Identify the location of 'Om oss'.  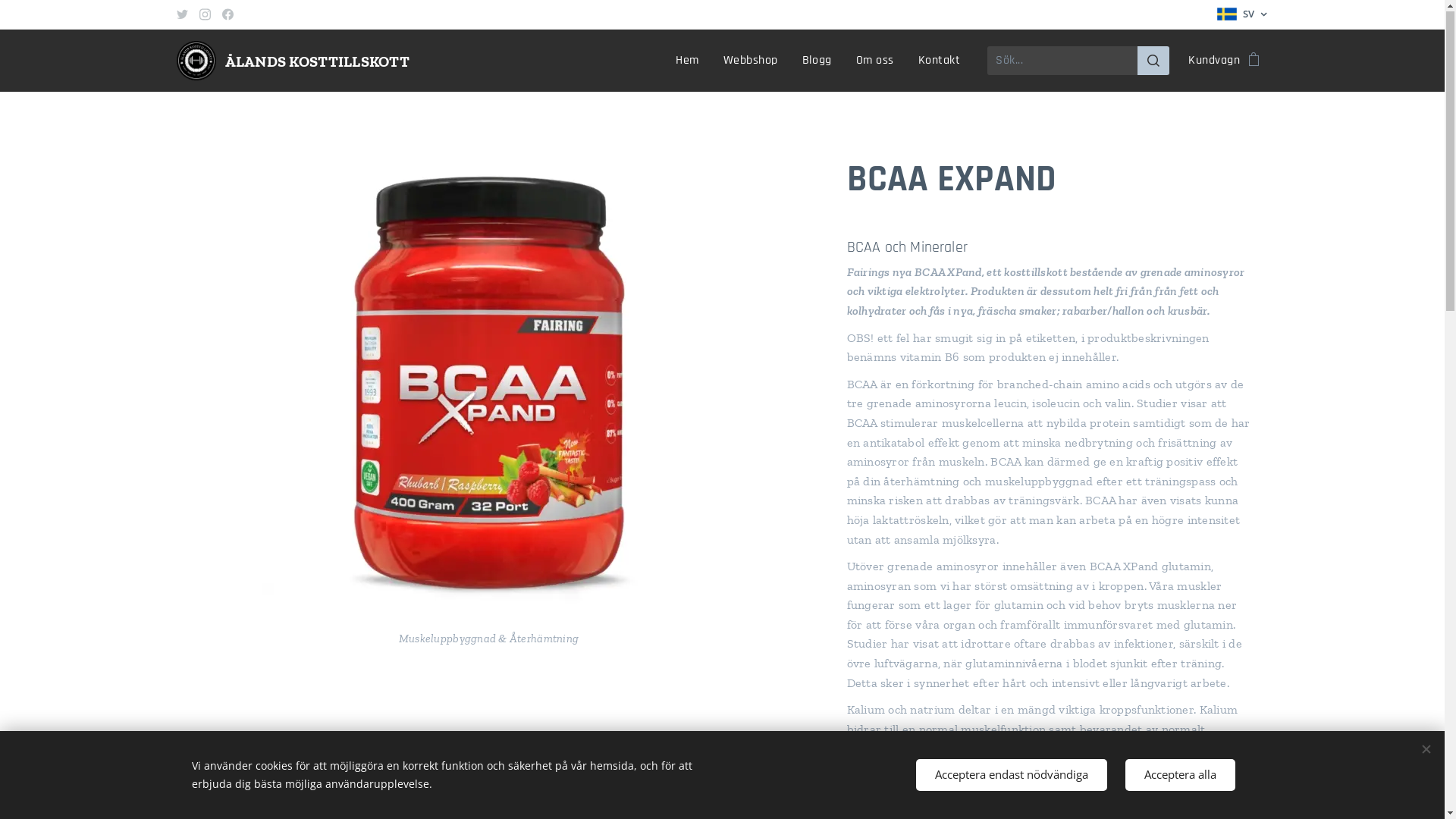
(874, 61).